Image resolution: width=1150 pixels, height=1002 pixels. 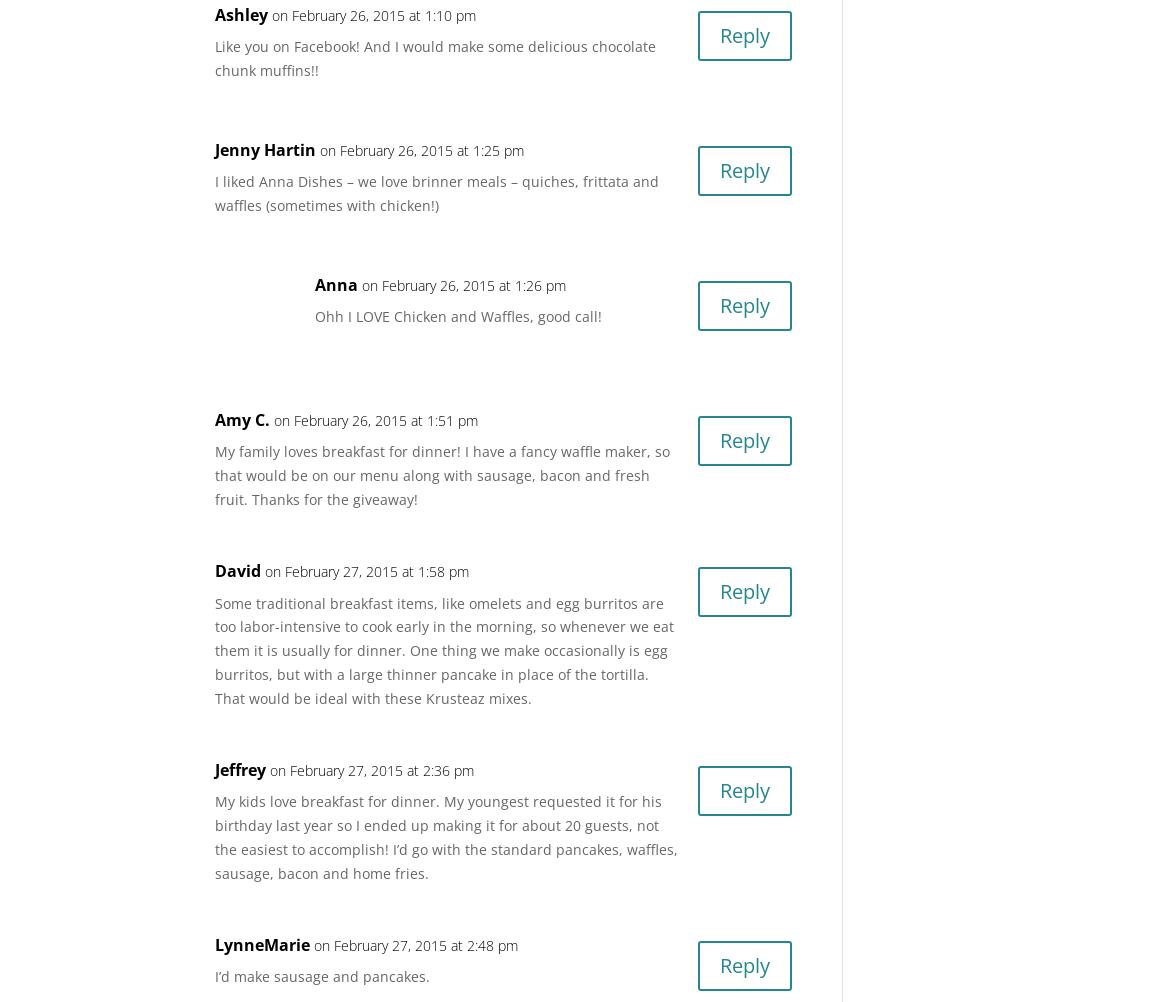 I want to click on 'Like you on Facebook! And I would make some delicious chocolate chunk muffins!!', so click(x=214, y=58).